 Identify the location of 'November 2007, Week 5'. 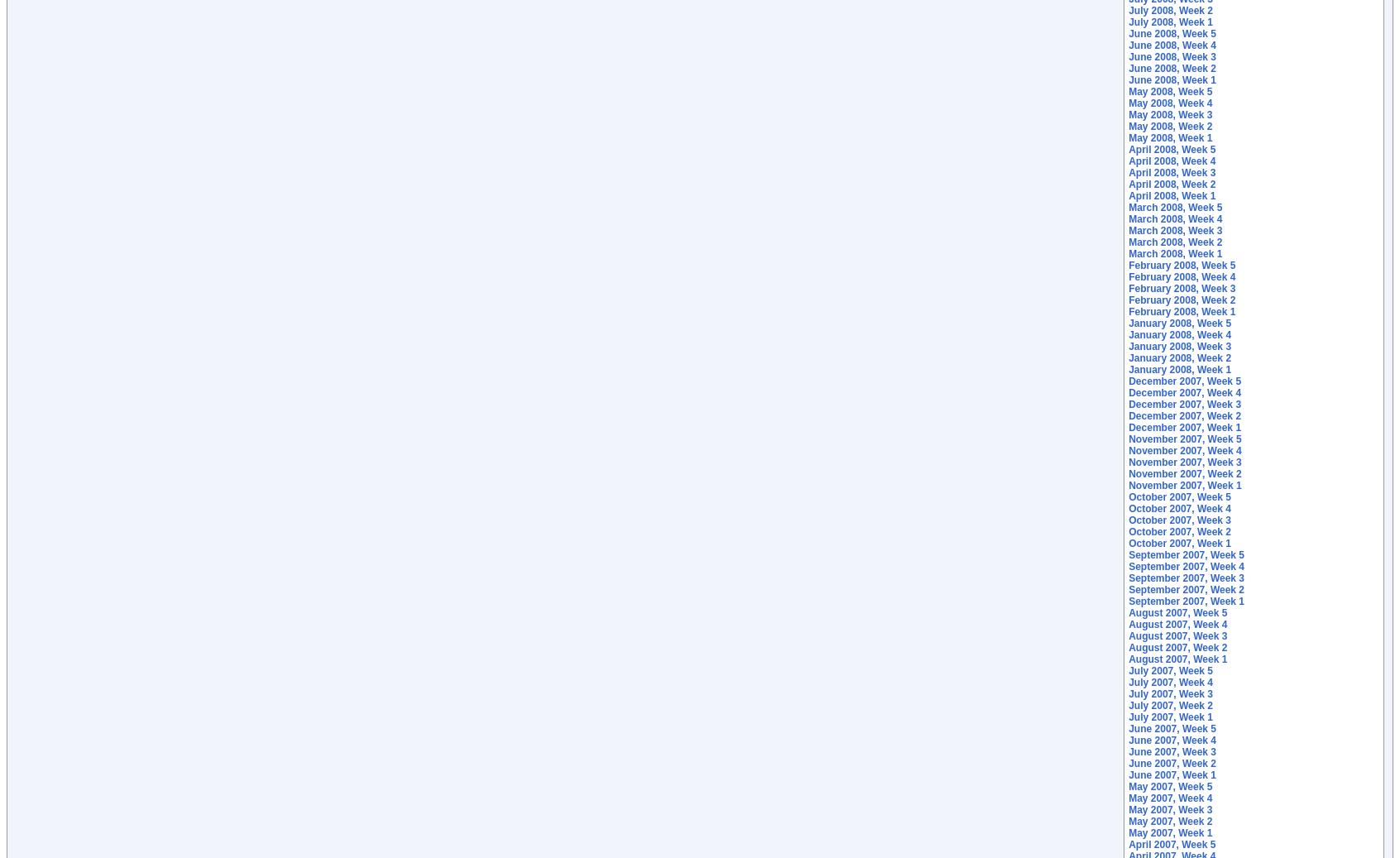
(1183, 439).